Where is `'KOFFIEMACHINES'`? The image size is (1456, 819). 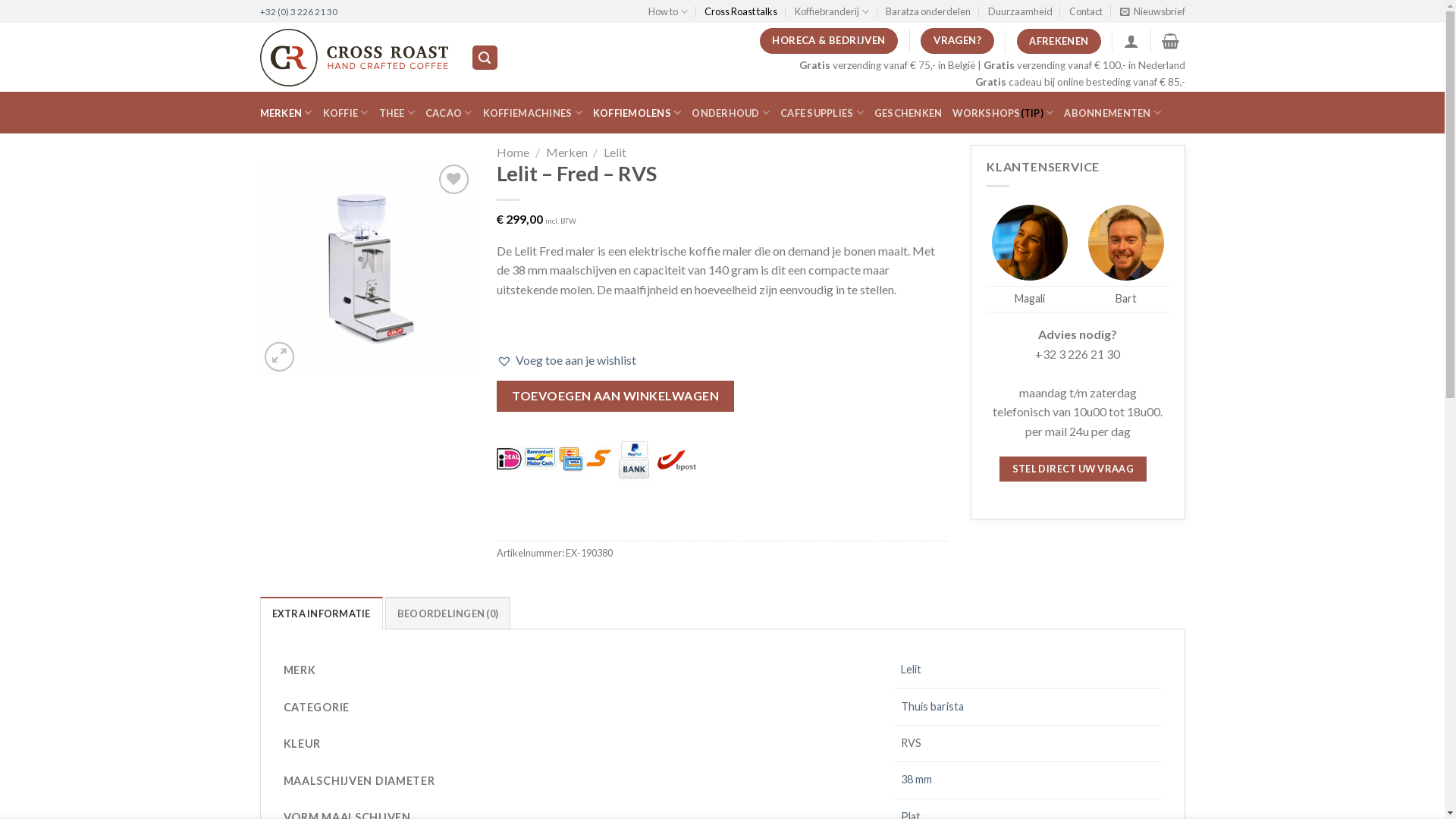
'KOFFIEMACHINES' is located at coordinates (532, 112).